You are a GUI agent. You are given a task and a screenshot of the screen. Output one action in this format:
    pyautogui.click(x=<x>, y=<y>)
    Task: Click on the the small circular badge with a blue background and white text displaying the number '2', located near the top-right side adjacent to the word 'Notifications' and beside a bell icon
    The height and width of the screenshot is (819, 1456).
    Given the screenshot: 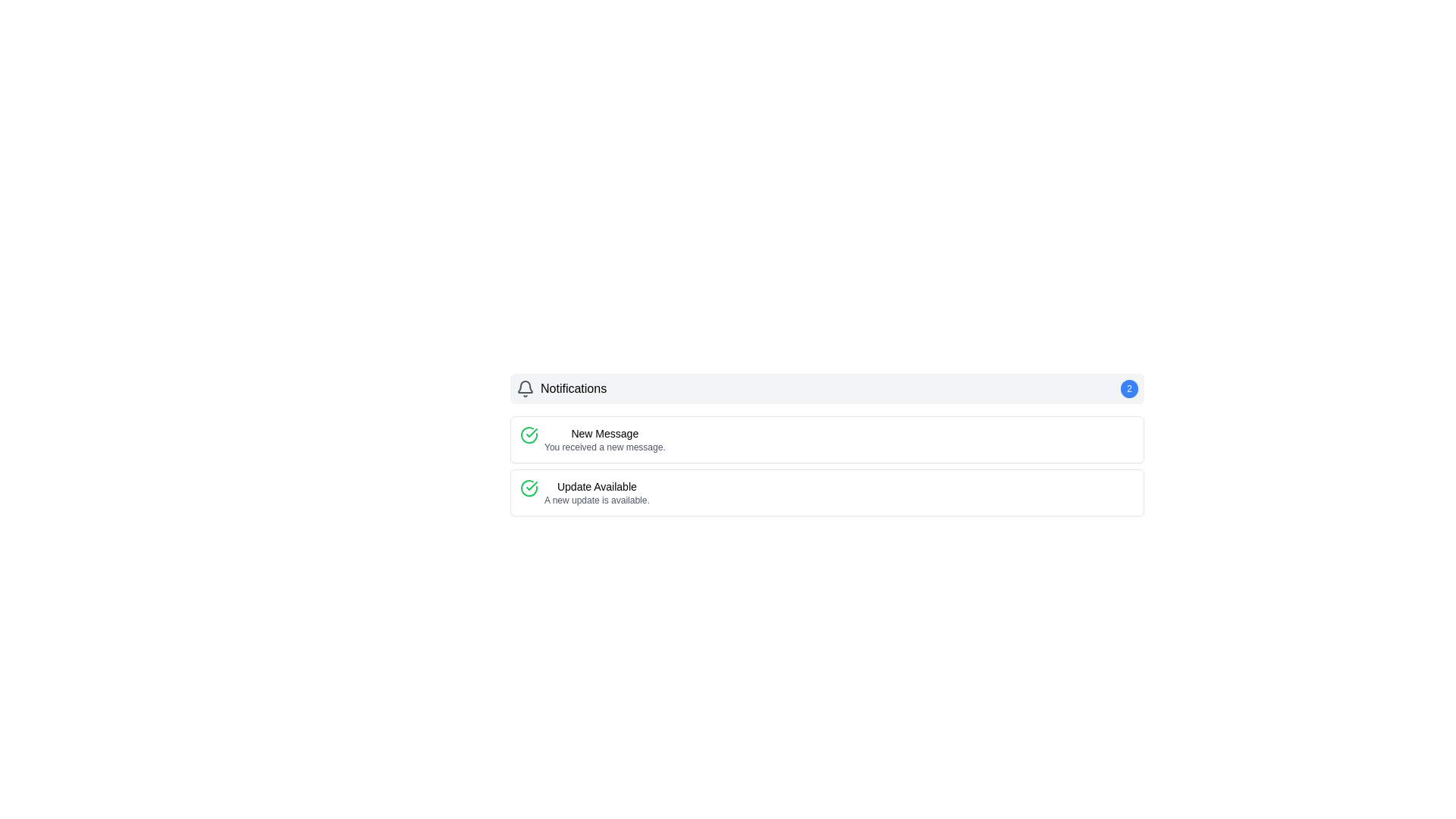 What is the action you would take?
    pyautogui.click(x=1129, y=388)
    